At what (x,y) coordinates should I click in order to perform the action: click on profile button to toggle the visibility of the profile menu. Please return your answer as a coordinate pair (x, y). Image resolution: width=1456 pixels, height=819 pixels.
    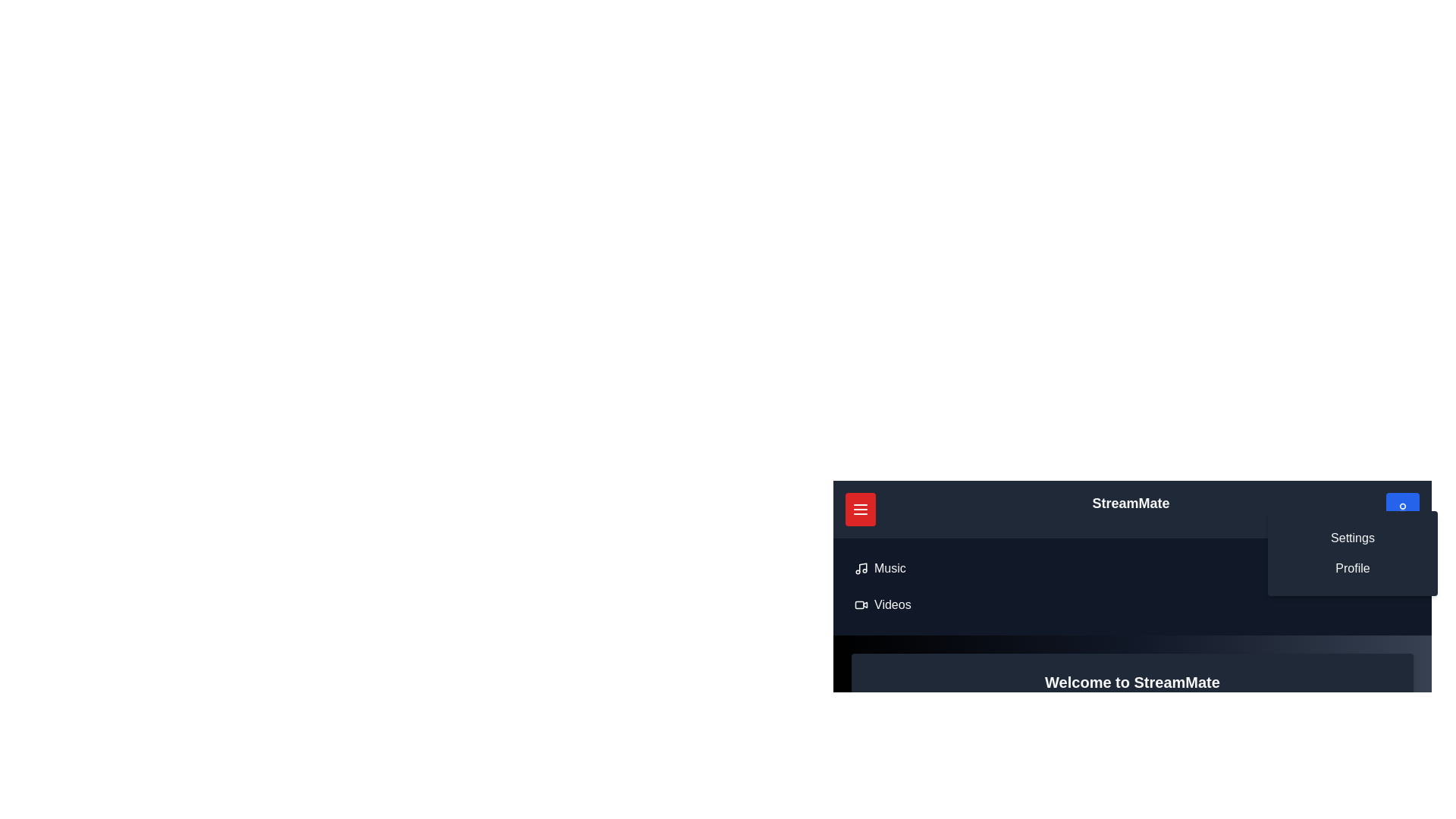
    Looking at the image, I should click on (1401, 509).